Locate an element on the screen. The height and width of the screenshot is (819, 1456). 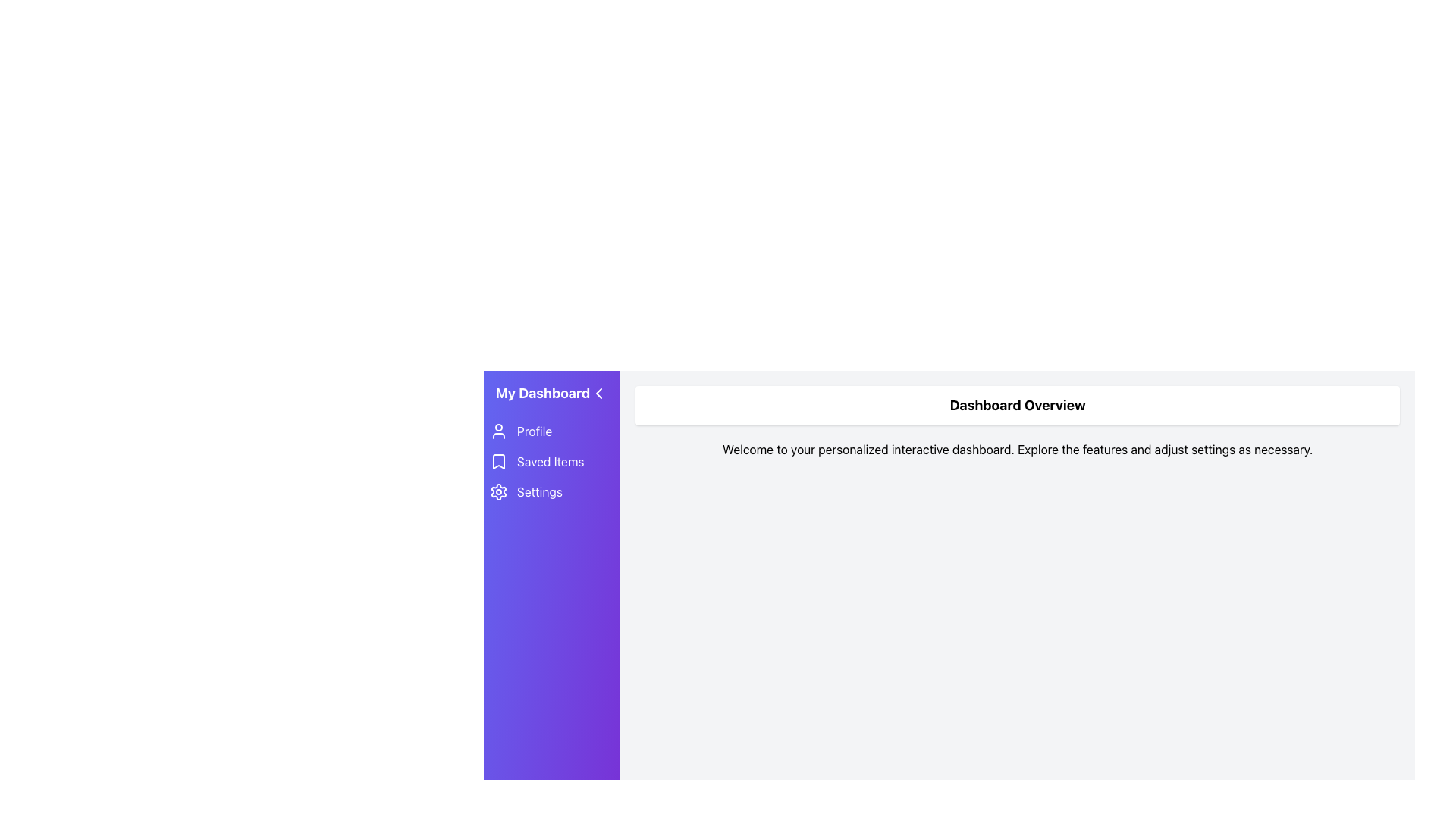
the 'Profile' text label in the vertical navigation menu, which indicates the profile section and is the first item within the menu group is located at coordinates (535, 431).